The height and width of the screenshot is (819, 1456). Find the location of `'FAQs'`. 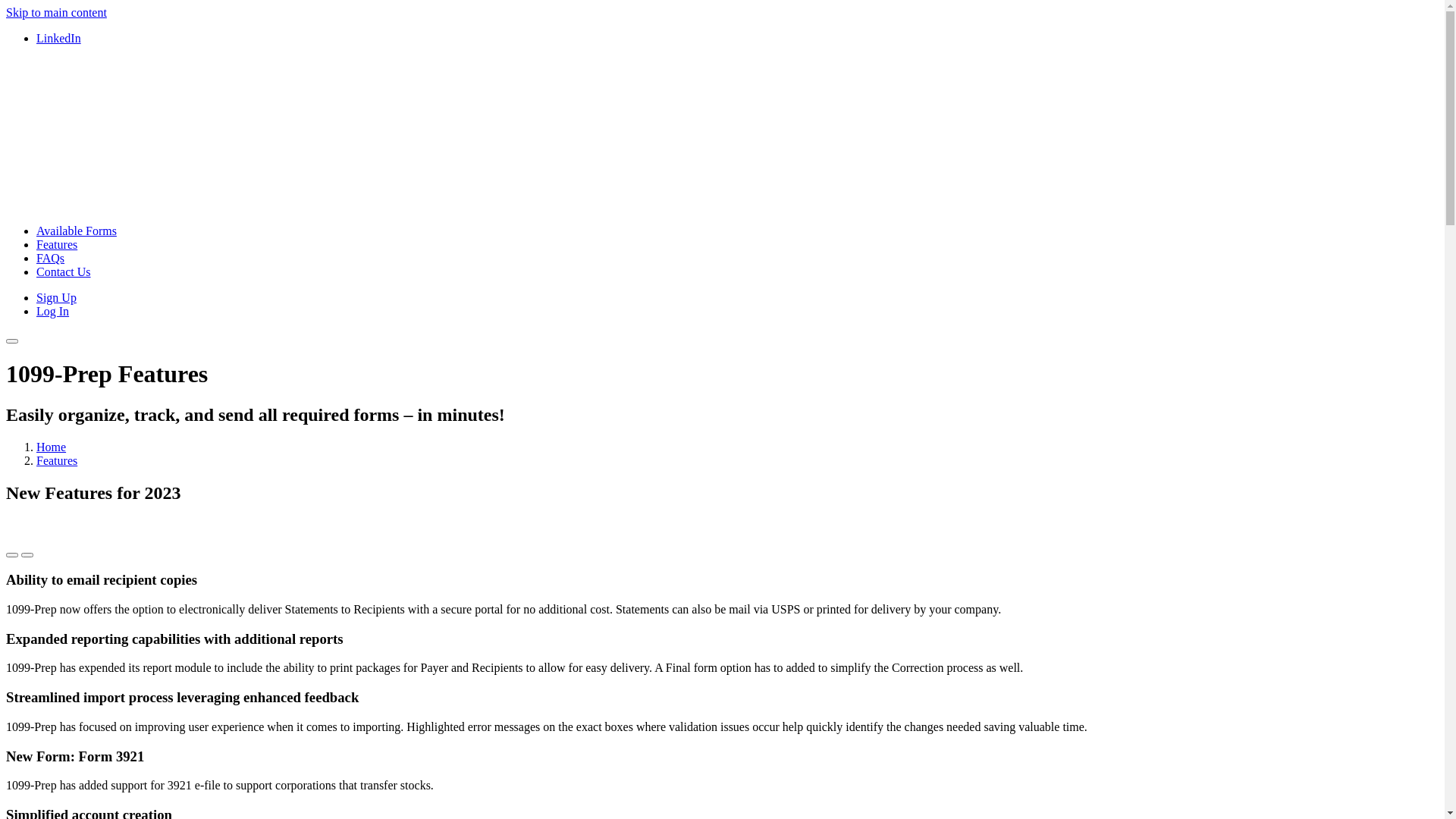

'FAQs' is located at coordinates (50, 257).